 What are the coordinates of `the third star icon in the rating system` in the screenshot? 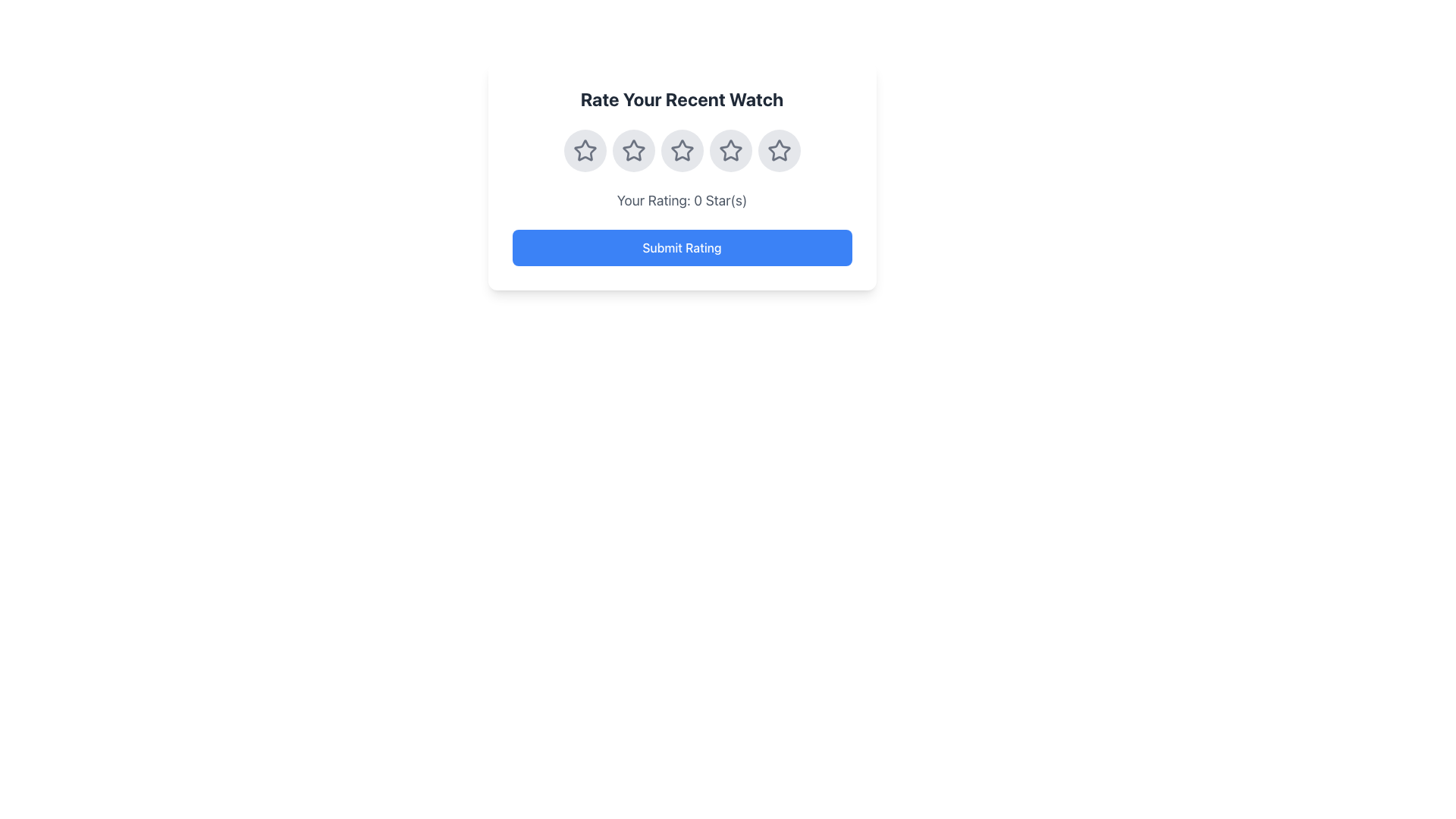 It's located at (681, 151).